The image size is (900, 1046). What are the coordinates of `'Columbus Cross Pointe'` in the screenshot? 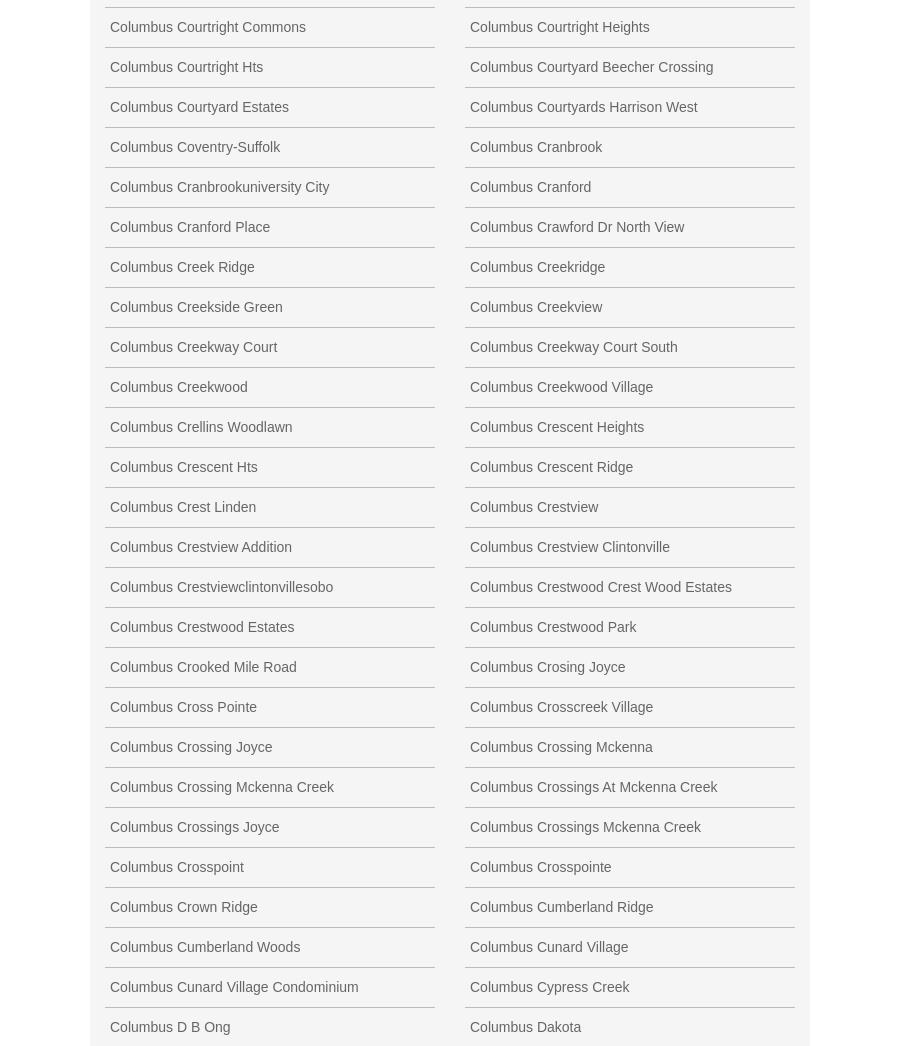 It's located at (183, 706).